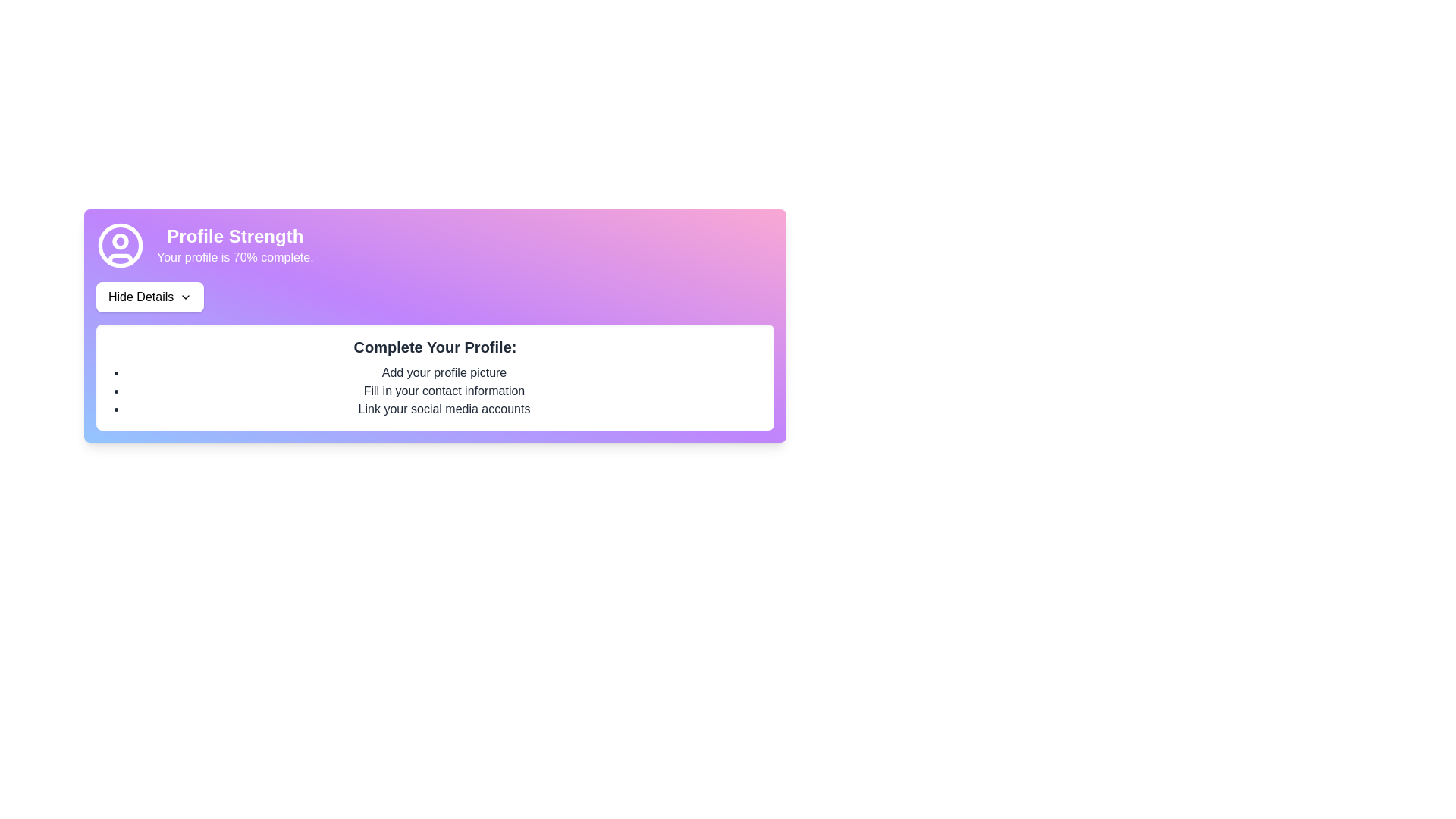  I want to click on the text label 'Add your profile picture', so click(443, 373).